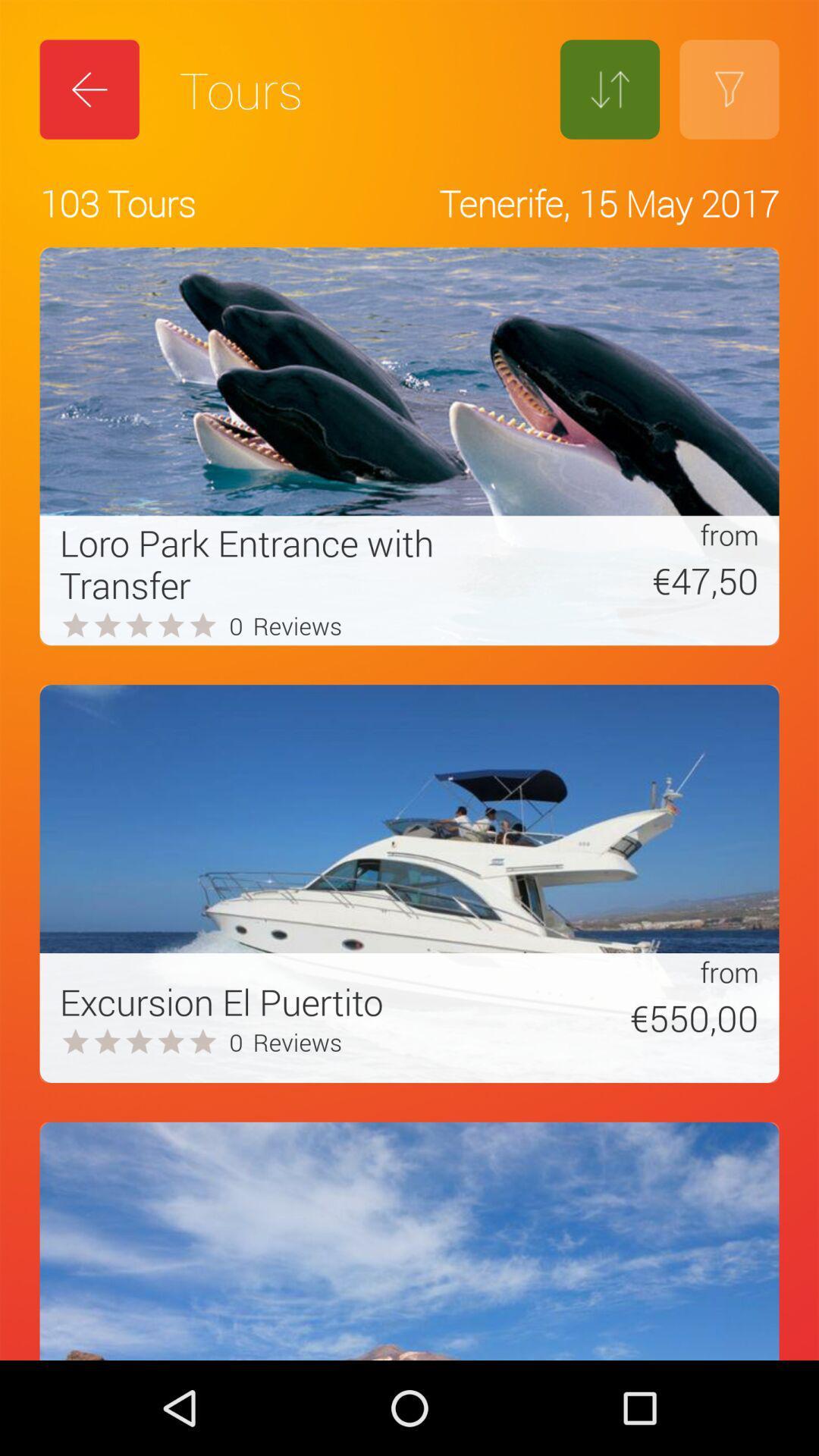 The width and height of the screenshot is (819, 1456). I want to click on the icon below from item, so click(632, 1018).